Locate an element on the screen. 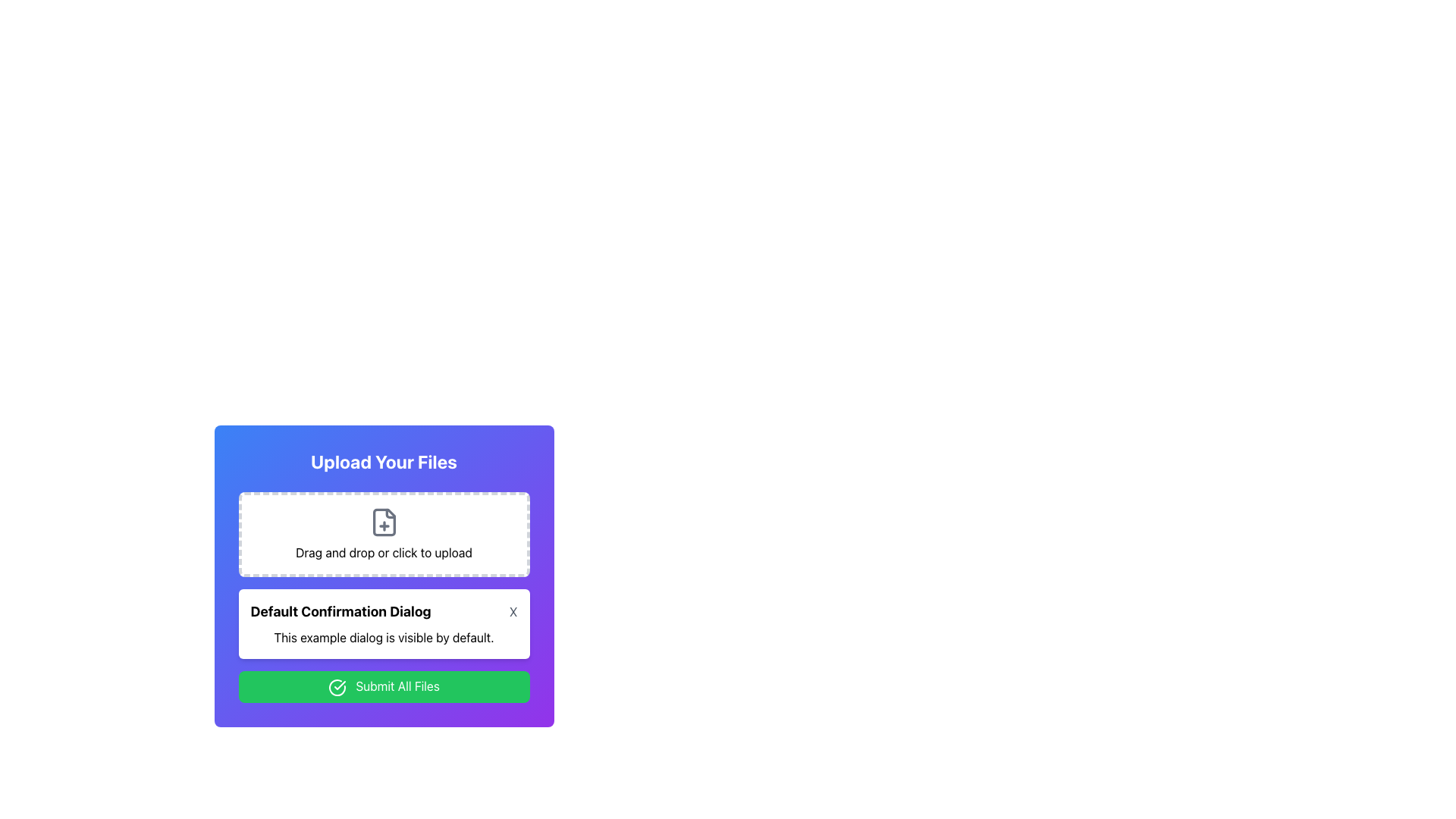  the 'Upload Your Files' area in the pop-up styled UI component is located at coordinates (384, 576).